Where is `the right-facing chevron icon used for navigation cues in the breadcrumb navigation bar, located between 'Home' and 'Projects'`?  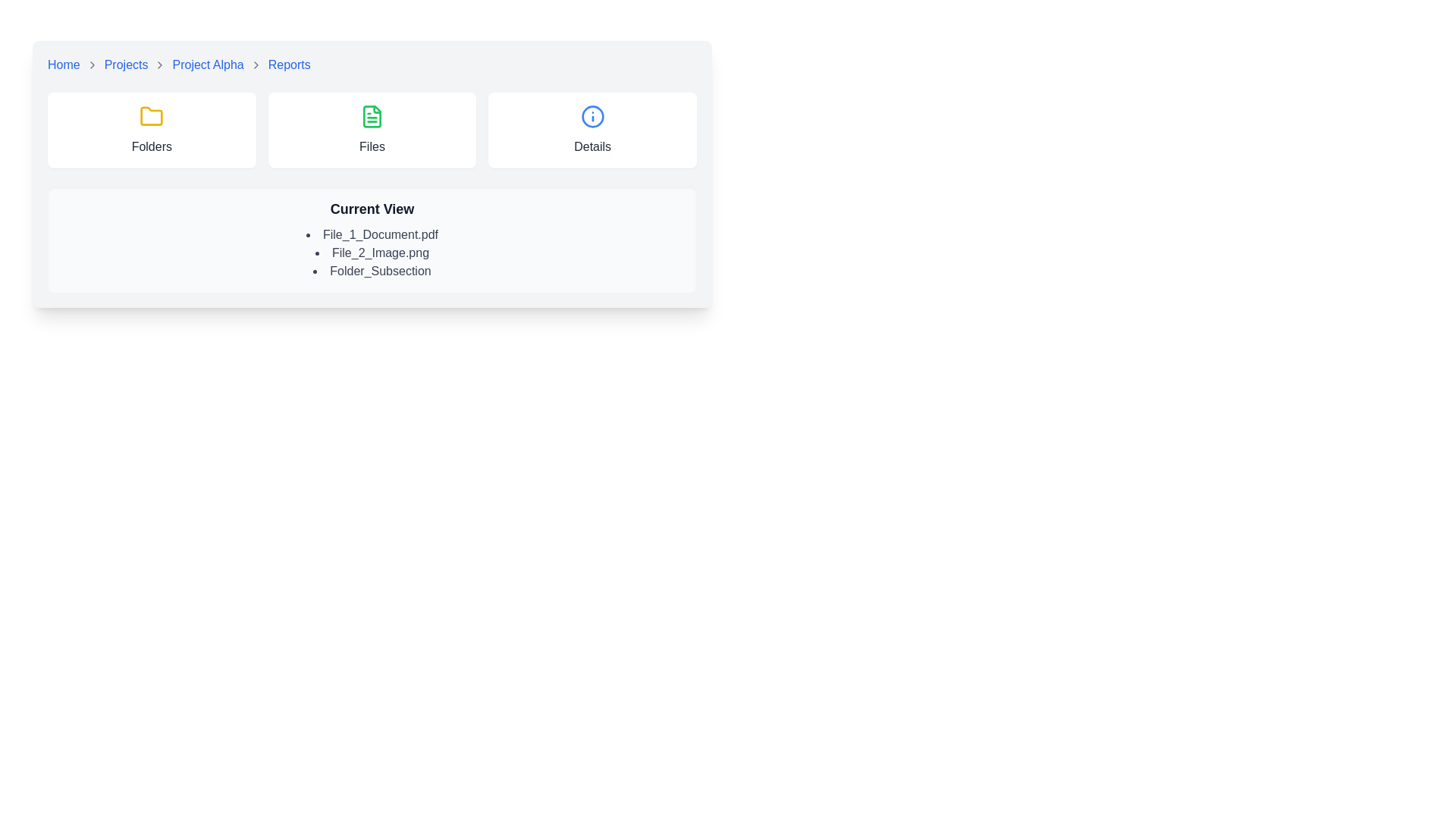 the right-facing chevron icon used for navigation cues in the breadcrumb navigation bar, located between 'Home' and 'Projects' is located at coordinates (91, 64).